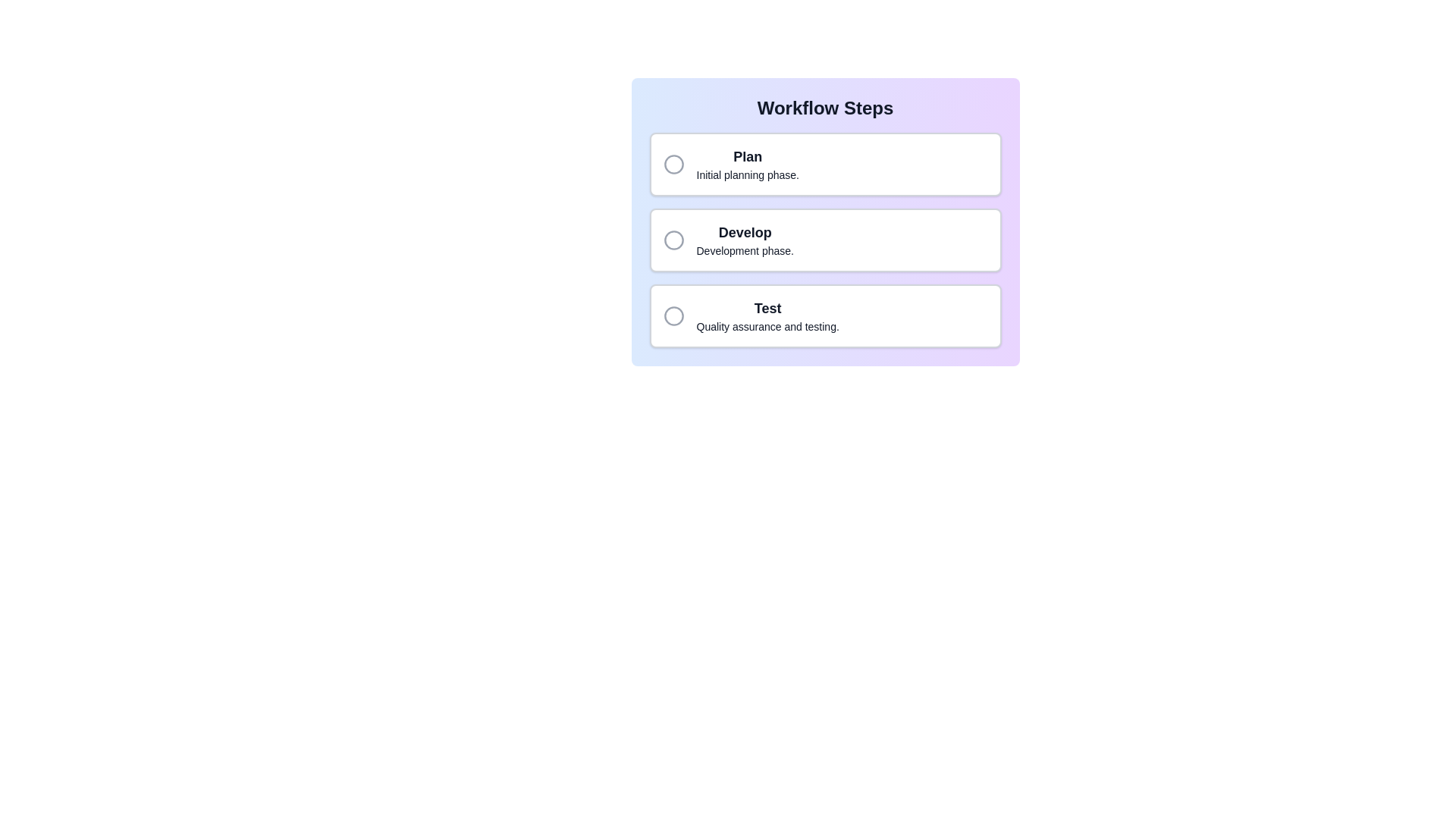 Image resolution: width=1456 pixels, height=819 pixels. What do you see at coordinates (824, 164) in the screenshot?
I see `the first radio button in the vertical list` at bounding box center [824, 164].